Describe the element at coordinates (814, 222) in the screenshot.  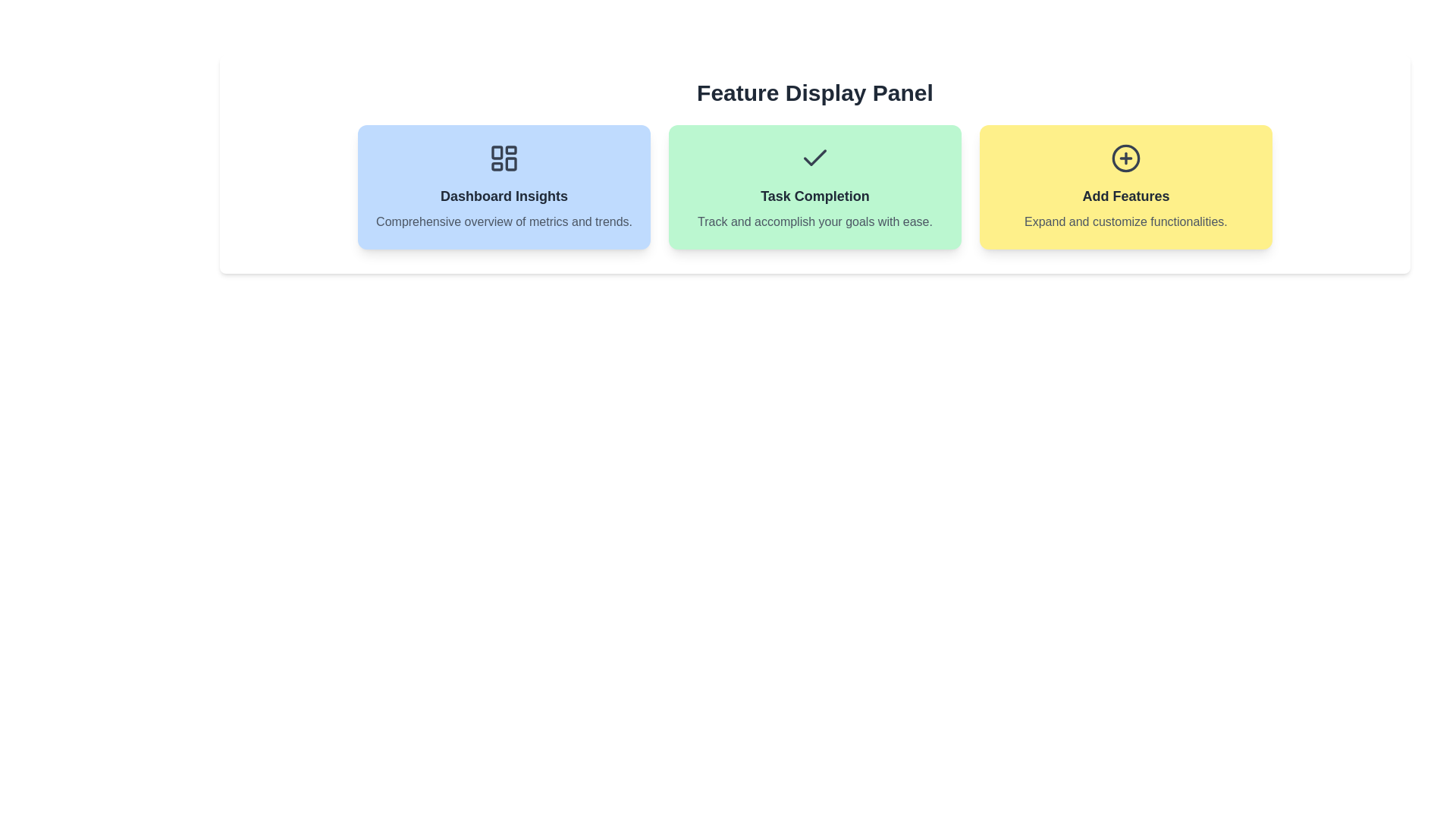
I see `the static descriptive text element that contains the text 'Track and accomplish your goals with ease.' located within a green background card, positioned below the title 'Task Completion'` at that location.